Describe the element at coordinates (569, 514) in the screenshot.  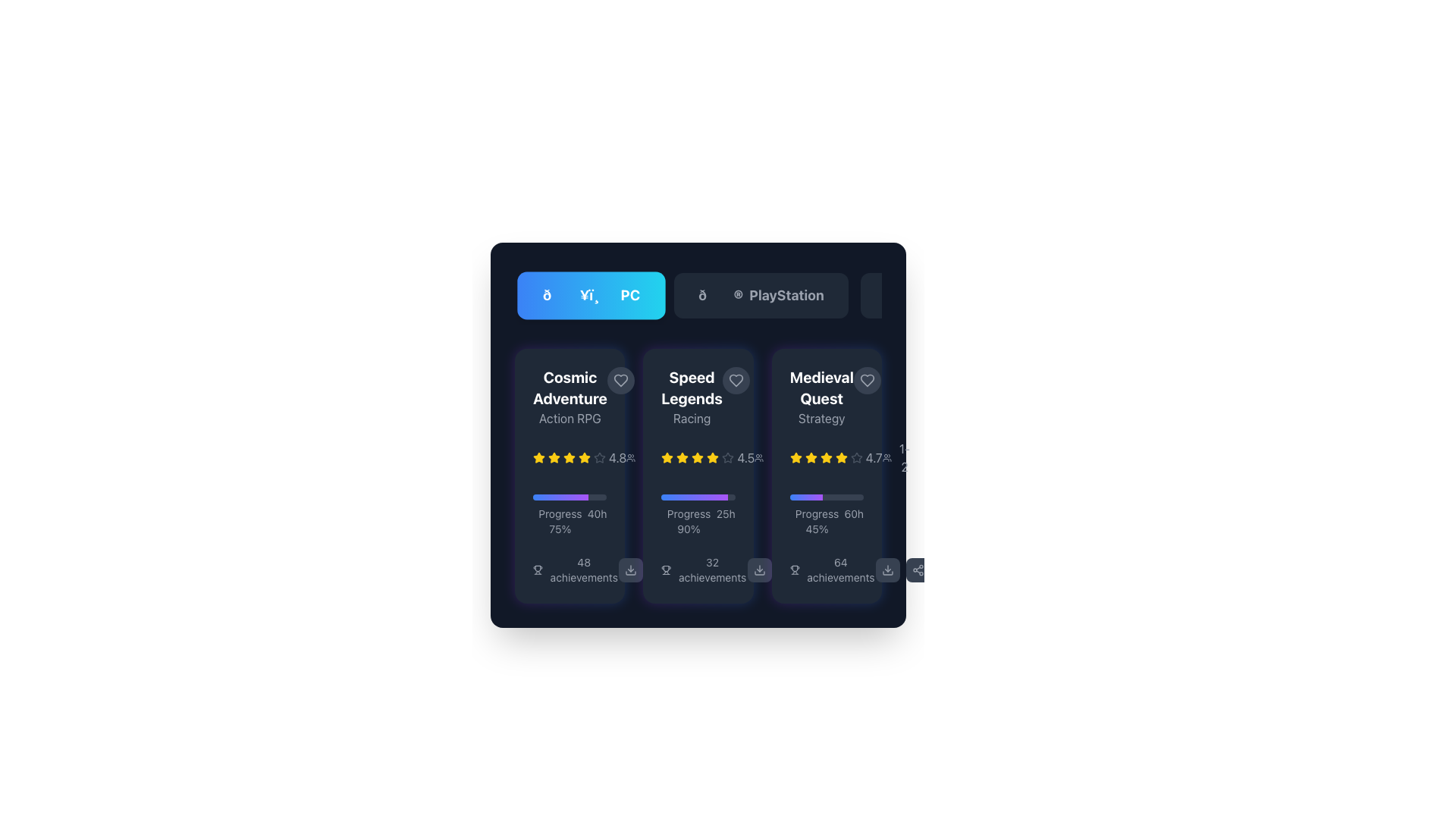
I see `the progress bar displaying 'Progress 75%' and '40h' located in the 'Cosmic Adventure' card under the 'Action RPG' category` at that location.